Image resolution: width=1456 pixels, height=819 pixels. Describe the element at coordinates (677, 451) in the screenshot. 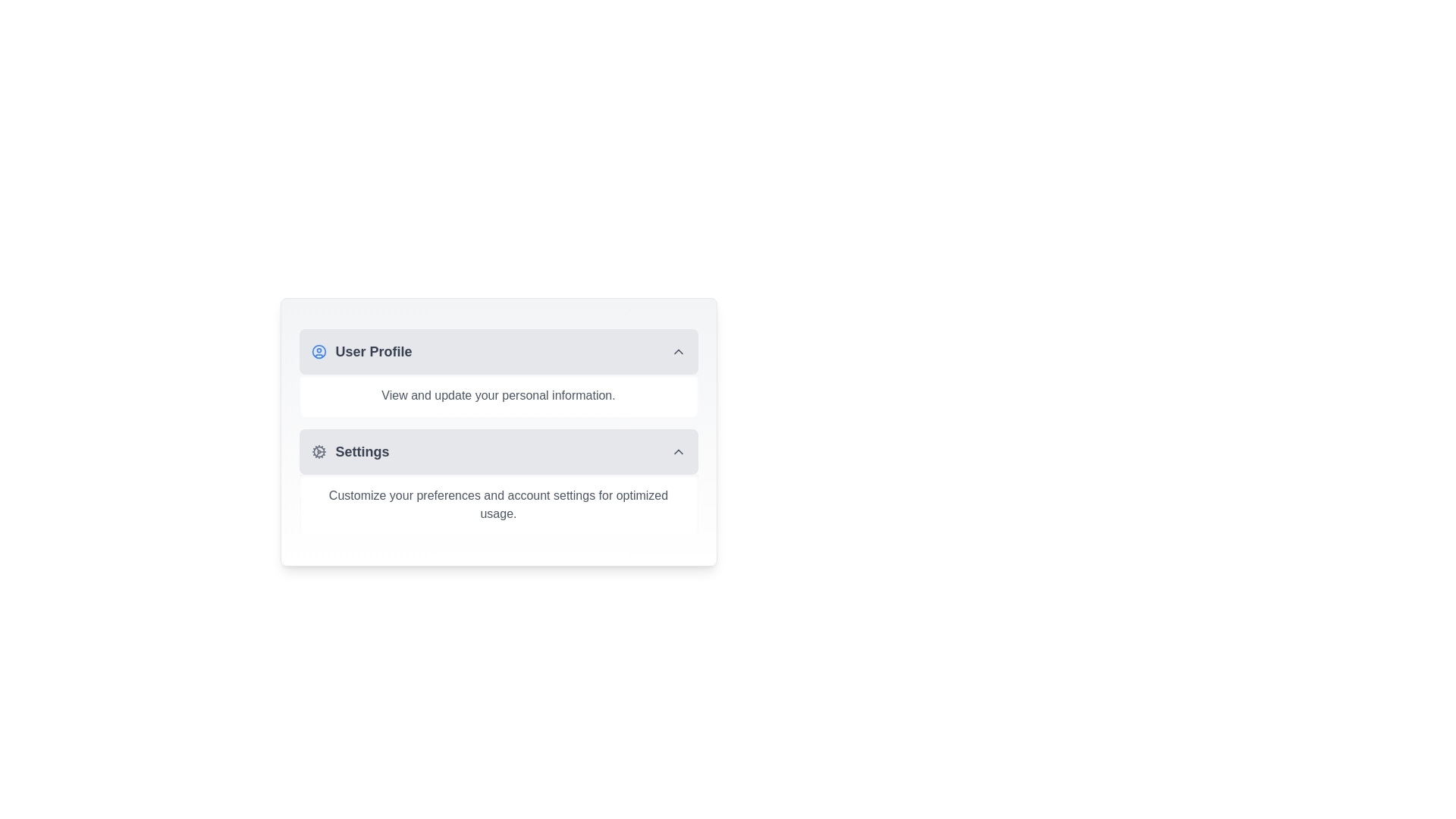

I see `the small upward-facing gray chevron icon located on the far-right side of the 'Settings' section` at that location.